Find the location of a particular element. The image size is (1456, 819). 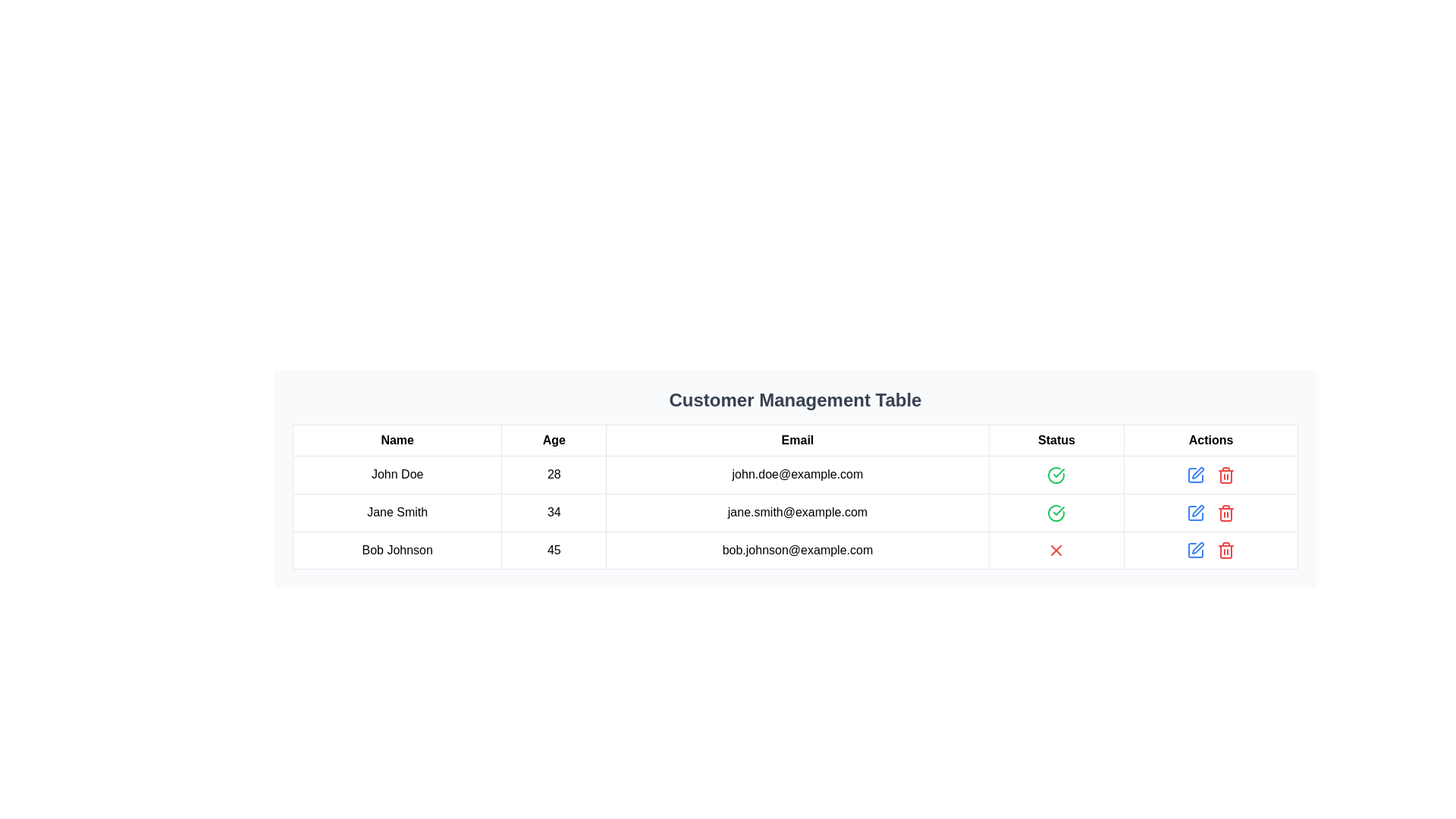

the appearance of the 'Confirmed' or 'Active' status icon for user John Doe located in the 'Status' column of the first row in the Customer Management Table is located at coordinates (1056, 474).